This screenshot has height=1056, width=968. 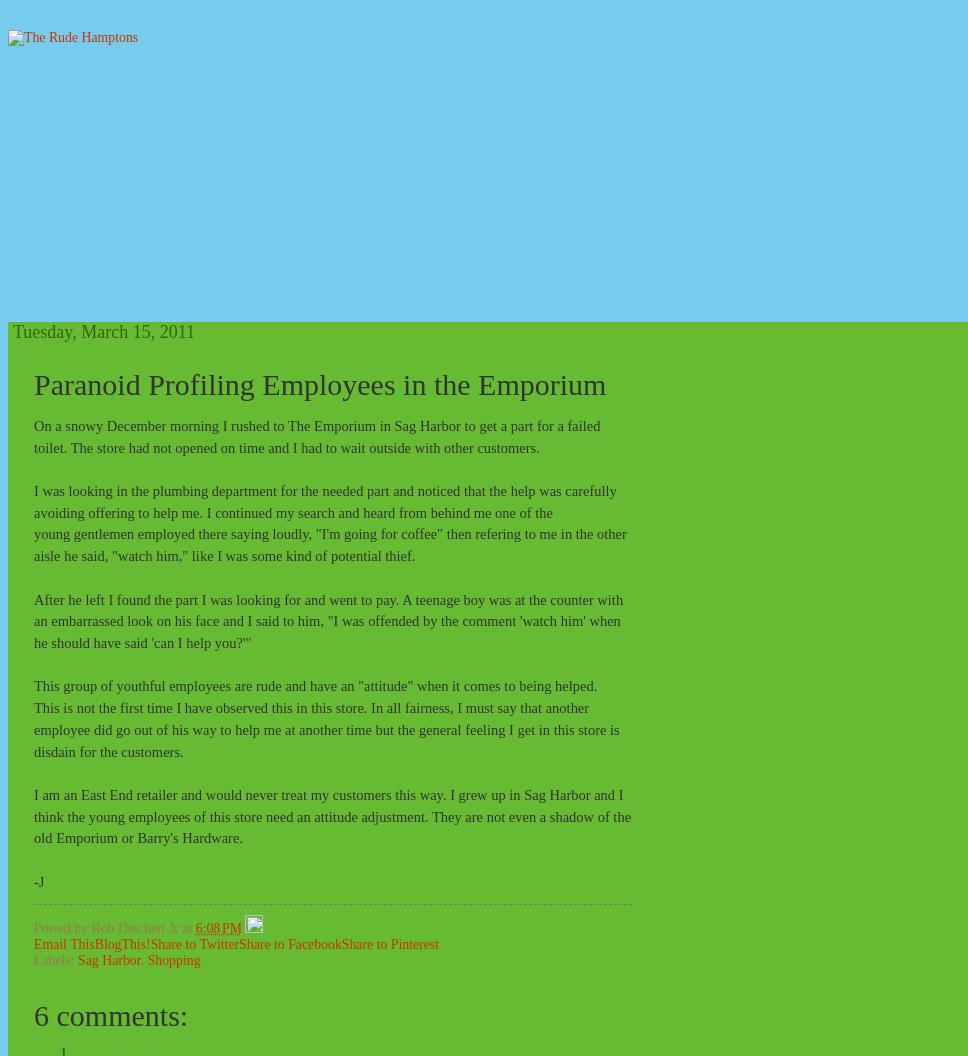 What do you see at coordinates (146, 959) in the screenshot?
I see `'Shopping'` at bounding box center [146, 959].